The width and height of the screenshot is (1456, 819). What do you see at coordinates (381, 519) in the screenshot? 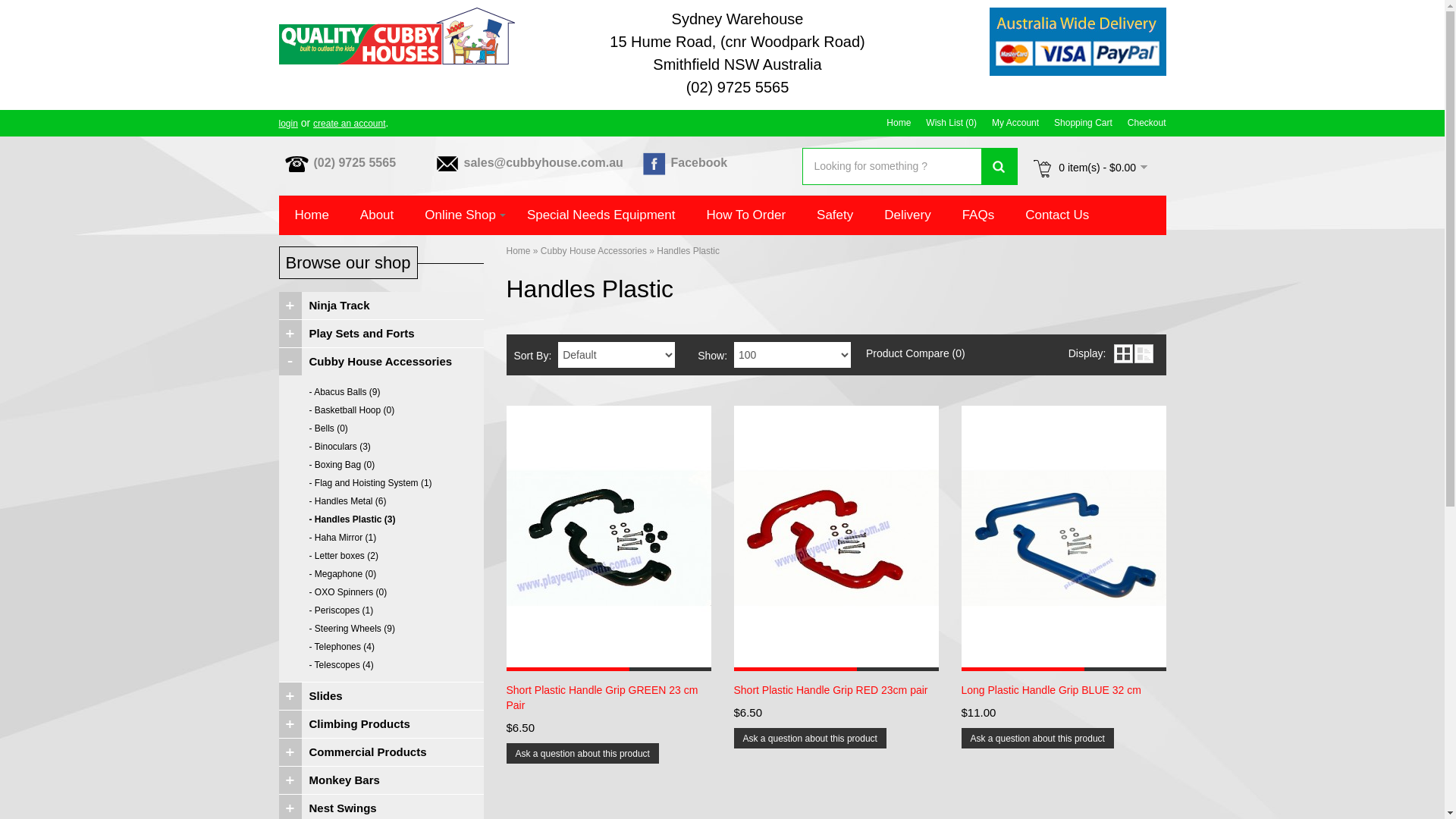
I see `'- Handles Plastic (3)'` at bounding box center [381, 519].